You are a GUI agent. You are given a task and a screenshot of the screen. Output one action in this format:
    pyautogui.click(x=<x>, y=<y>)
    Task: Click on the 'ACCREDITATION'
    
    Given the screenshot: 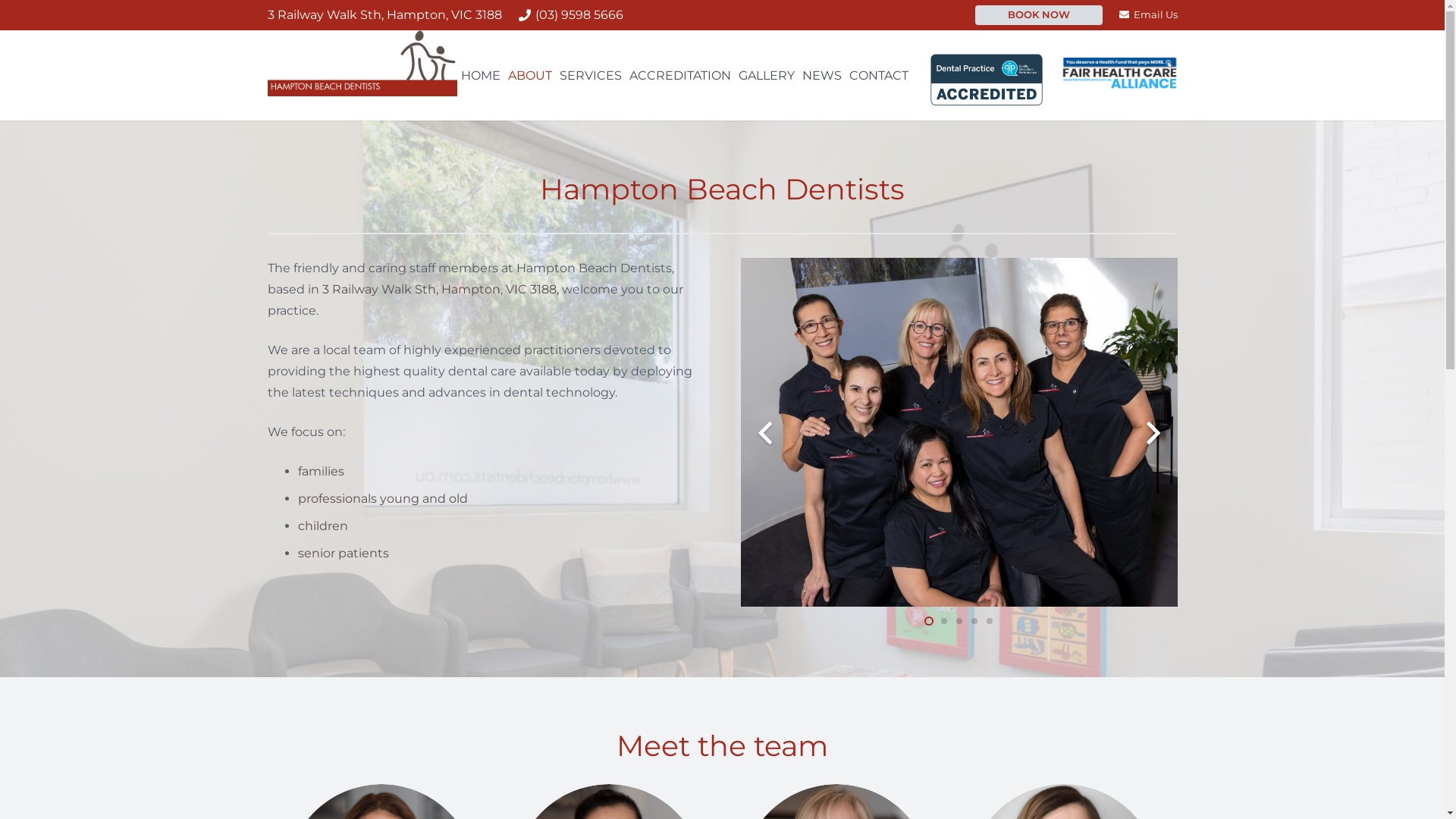 What is the action you would take?
    pyautogui.click(x=679, y=75)
    